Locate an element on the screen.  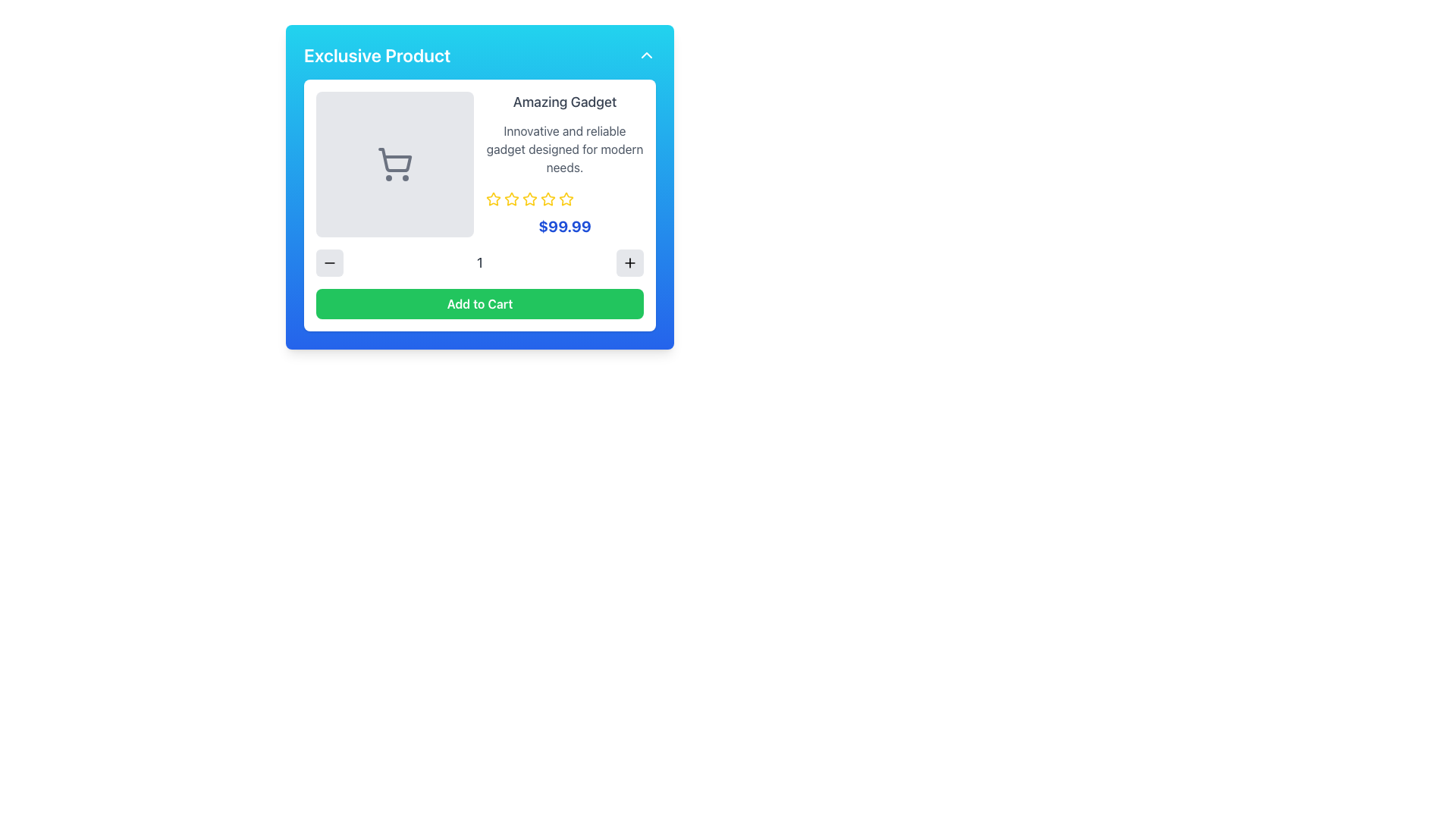
the small upward-facing chevron button located in the top-right corner of the card section is located at coordinates (647, 55).